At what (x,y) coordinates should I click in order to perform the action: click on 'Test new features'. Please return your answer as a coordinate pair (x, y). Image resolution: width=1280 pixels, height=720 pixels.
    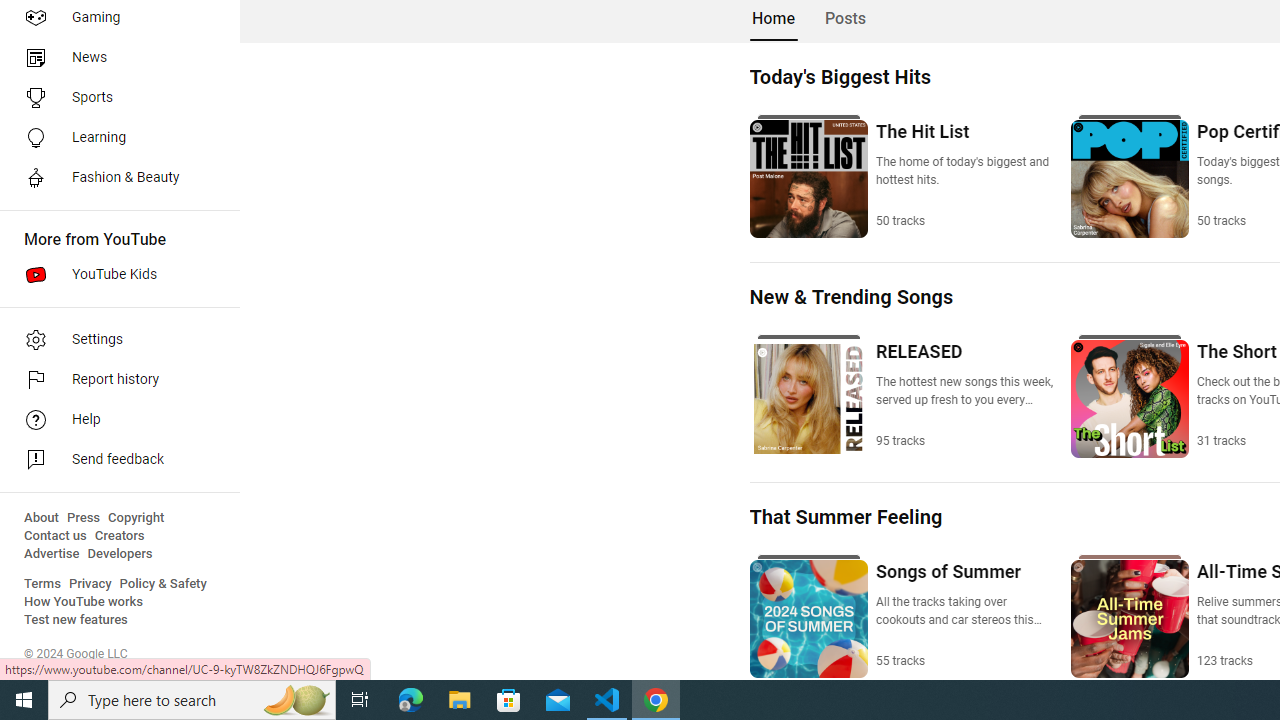
    Looking at the image, I should click on (76, 619).